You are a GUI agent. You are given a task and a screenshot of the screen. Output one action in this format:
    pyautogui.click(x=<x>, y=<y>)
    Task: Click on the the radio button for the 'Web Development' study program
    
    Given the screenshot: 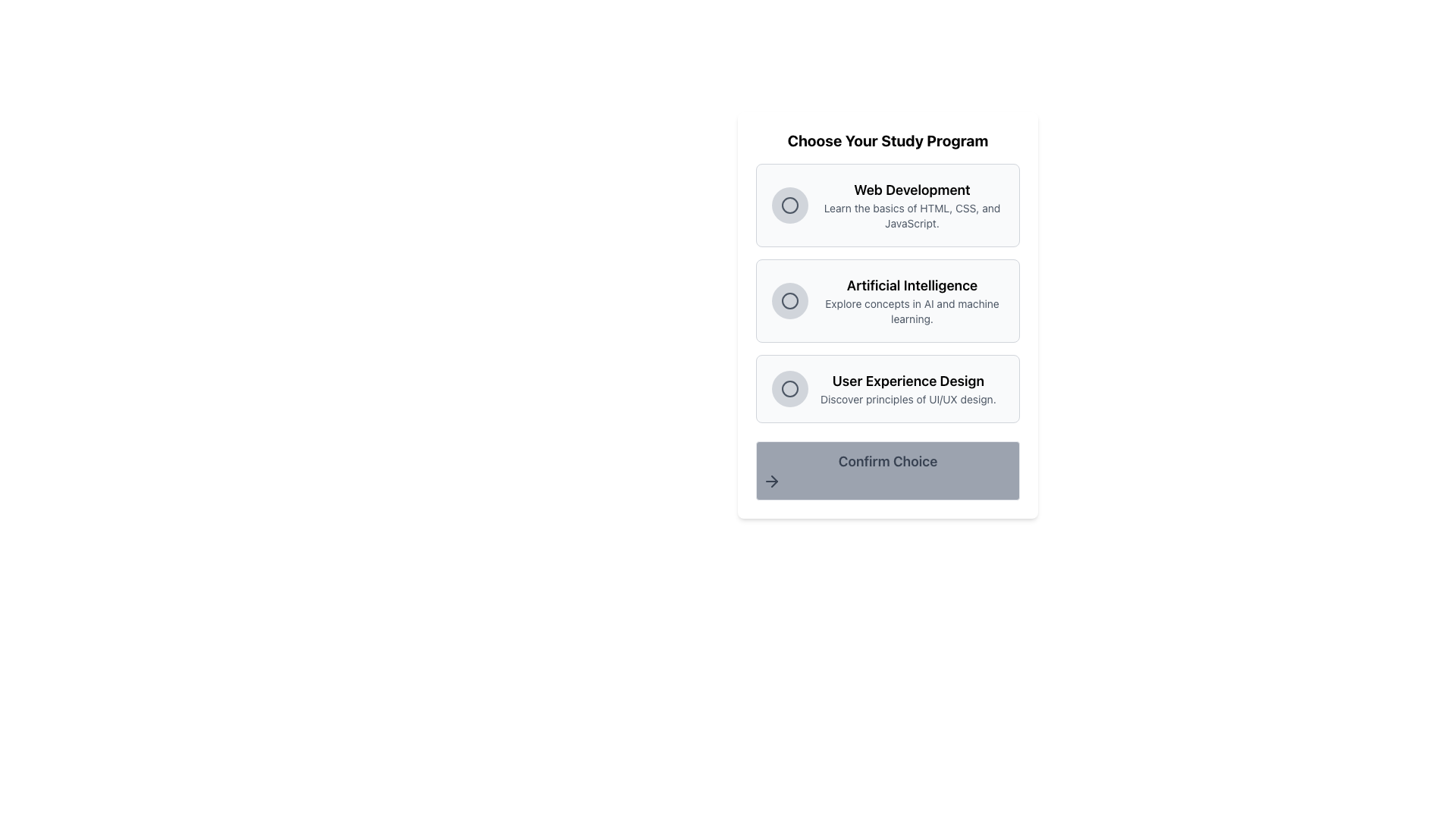 What is the action you would take?
    pyautogui.click(x=789, y=205)
    